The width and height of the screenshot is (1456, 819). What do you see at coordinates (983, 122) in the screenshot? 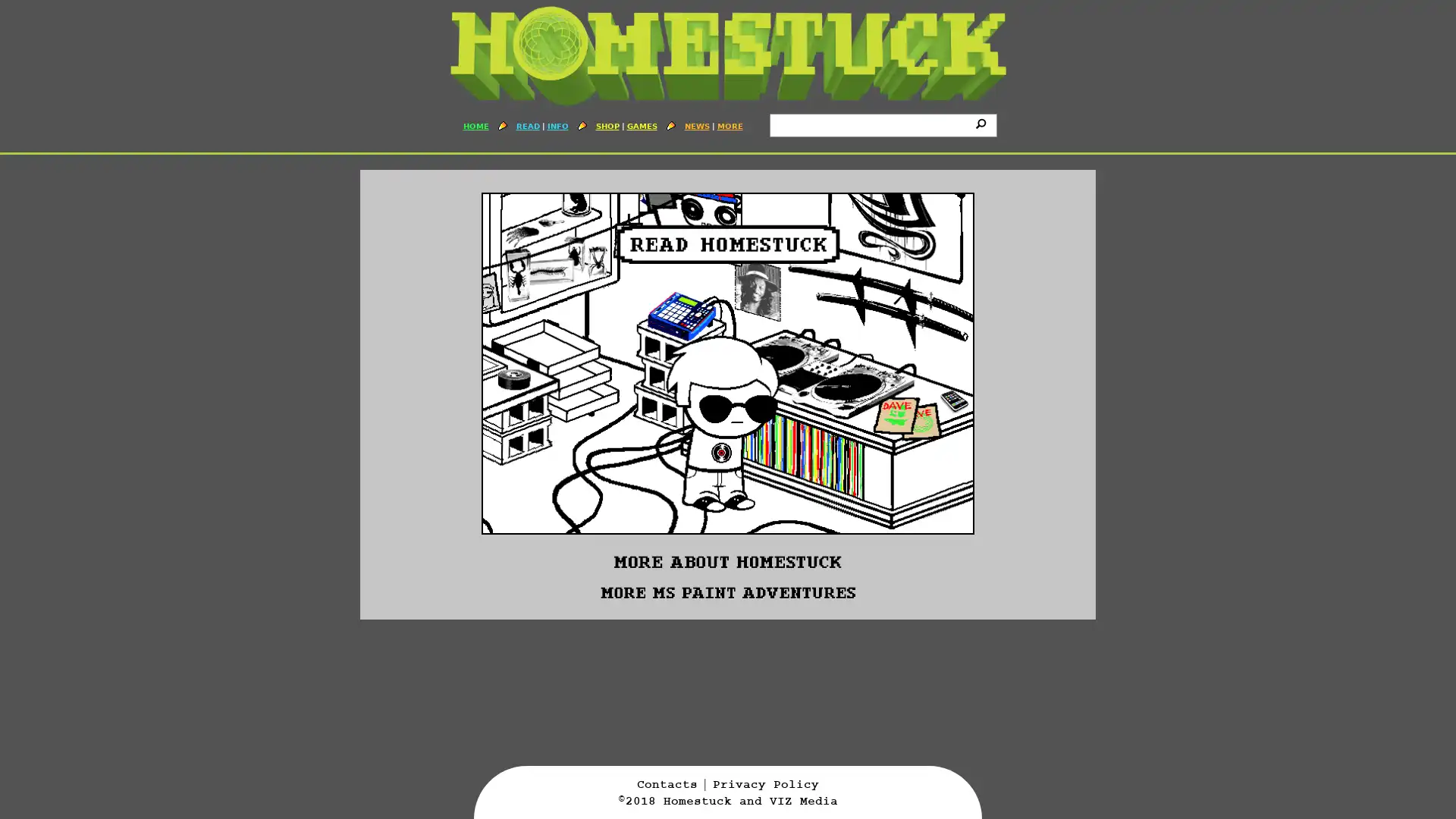
I see `i` at bounding box center [983, 122].